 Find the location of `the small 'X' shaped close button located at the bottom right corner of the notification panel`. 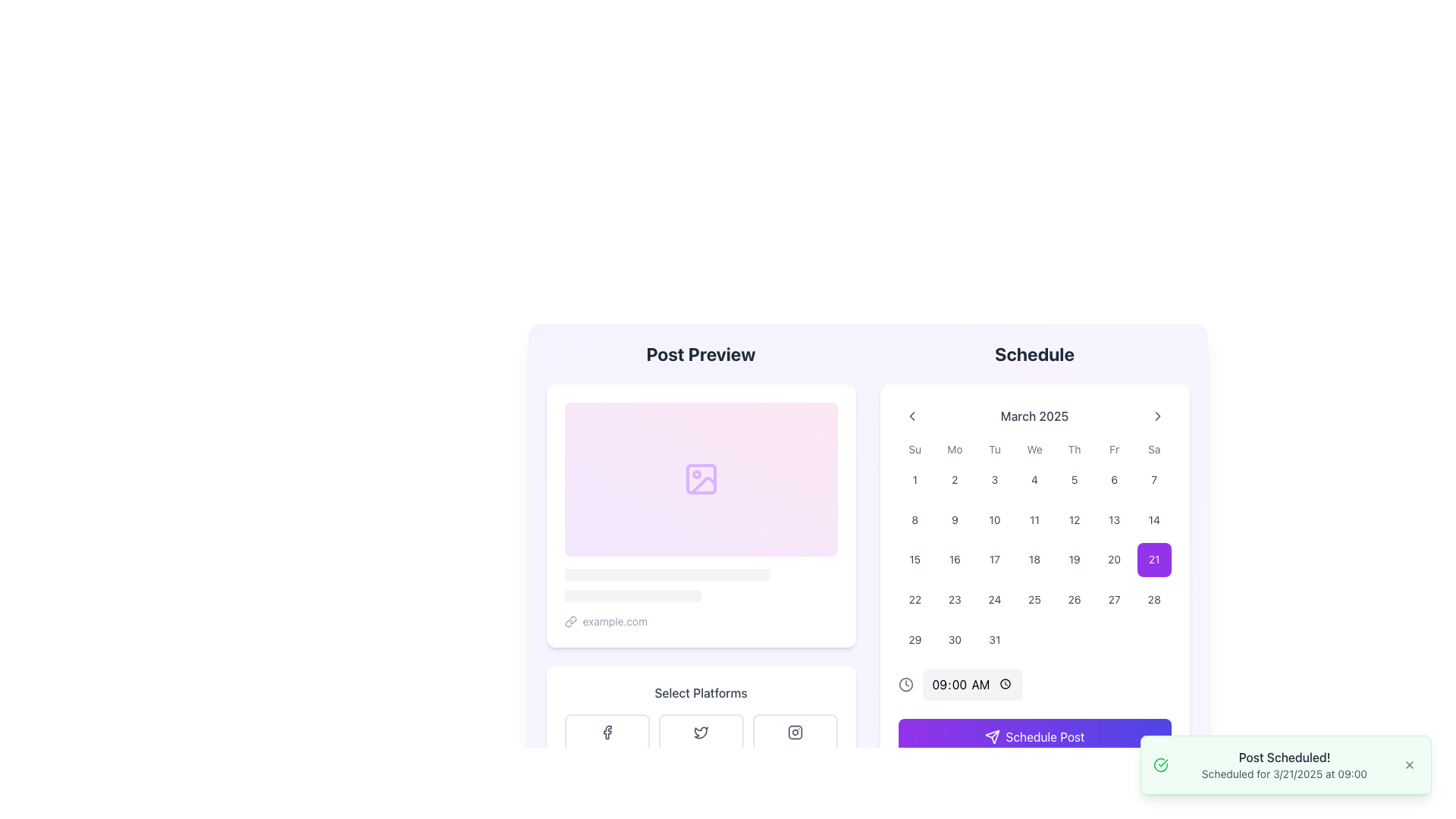

the small 'X' shaped close button located at the bottom right corner of the notification panel is located at coordinates (1408, 765).